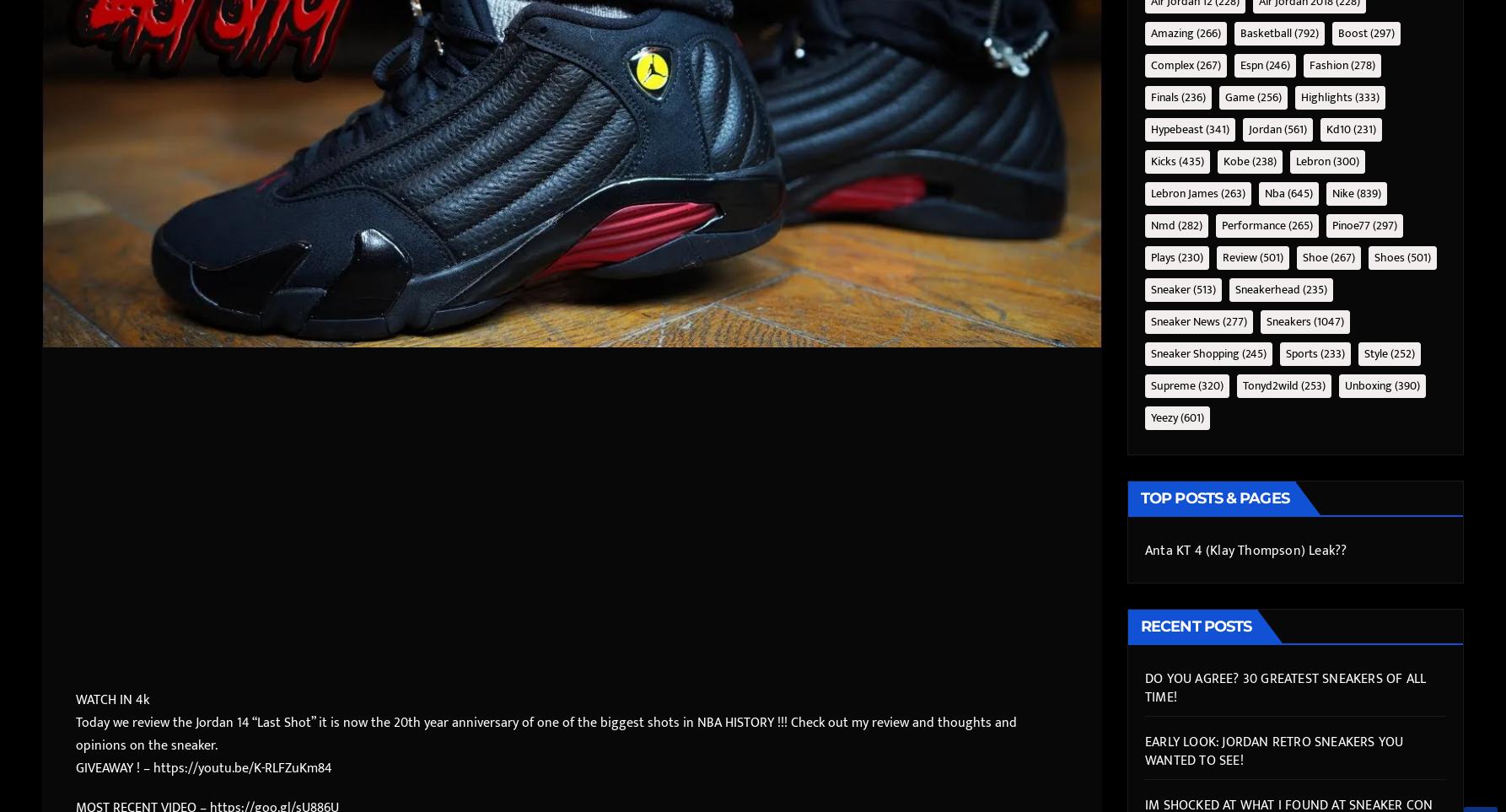 The height and width of the screenshot is (812, 1506). Describe the element at coordinates (1215, 128) in the screenshot. I see `'(341)'` at that location.